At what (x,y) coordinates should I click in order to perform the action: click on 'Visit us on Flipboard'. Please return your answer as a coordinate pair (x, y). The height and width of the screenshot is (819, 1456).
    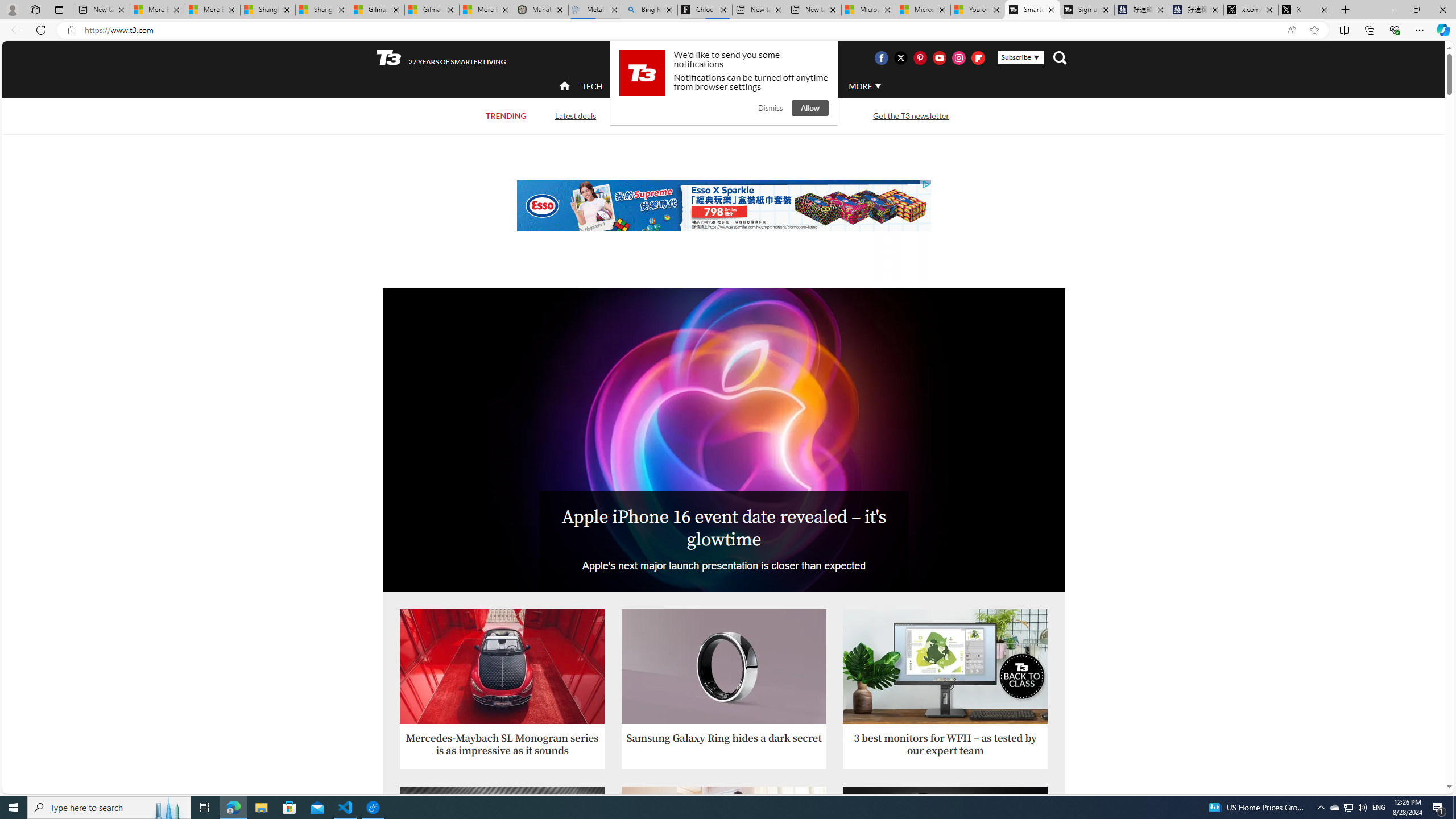
    Looking at the image, I should click on (978, 57).